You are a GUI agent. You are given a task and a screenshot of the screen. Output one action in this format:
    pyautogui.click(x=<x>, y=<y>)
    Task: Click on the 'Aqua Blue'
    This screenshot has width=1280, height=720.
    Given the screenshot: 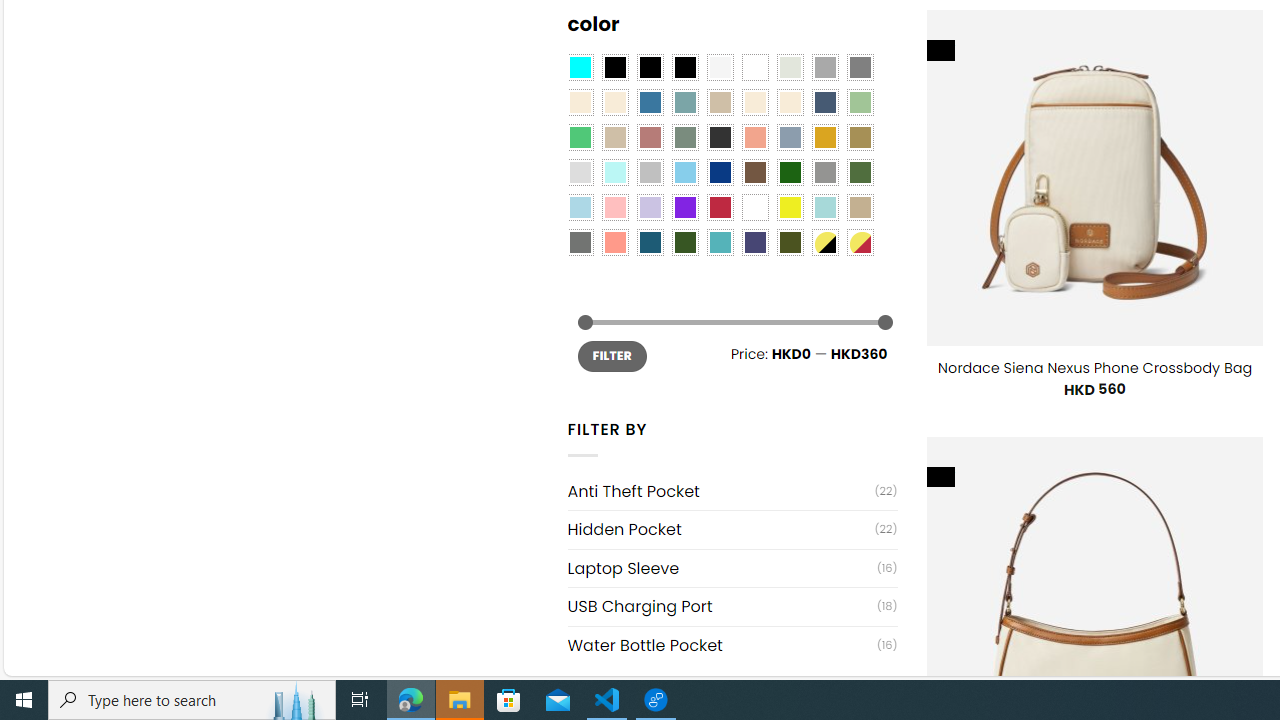 What is the action you would take?
    pyautogui.click(x=578, y=66)
    